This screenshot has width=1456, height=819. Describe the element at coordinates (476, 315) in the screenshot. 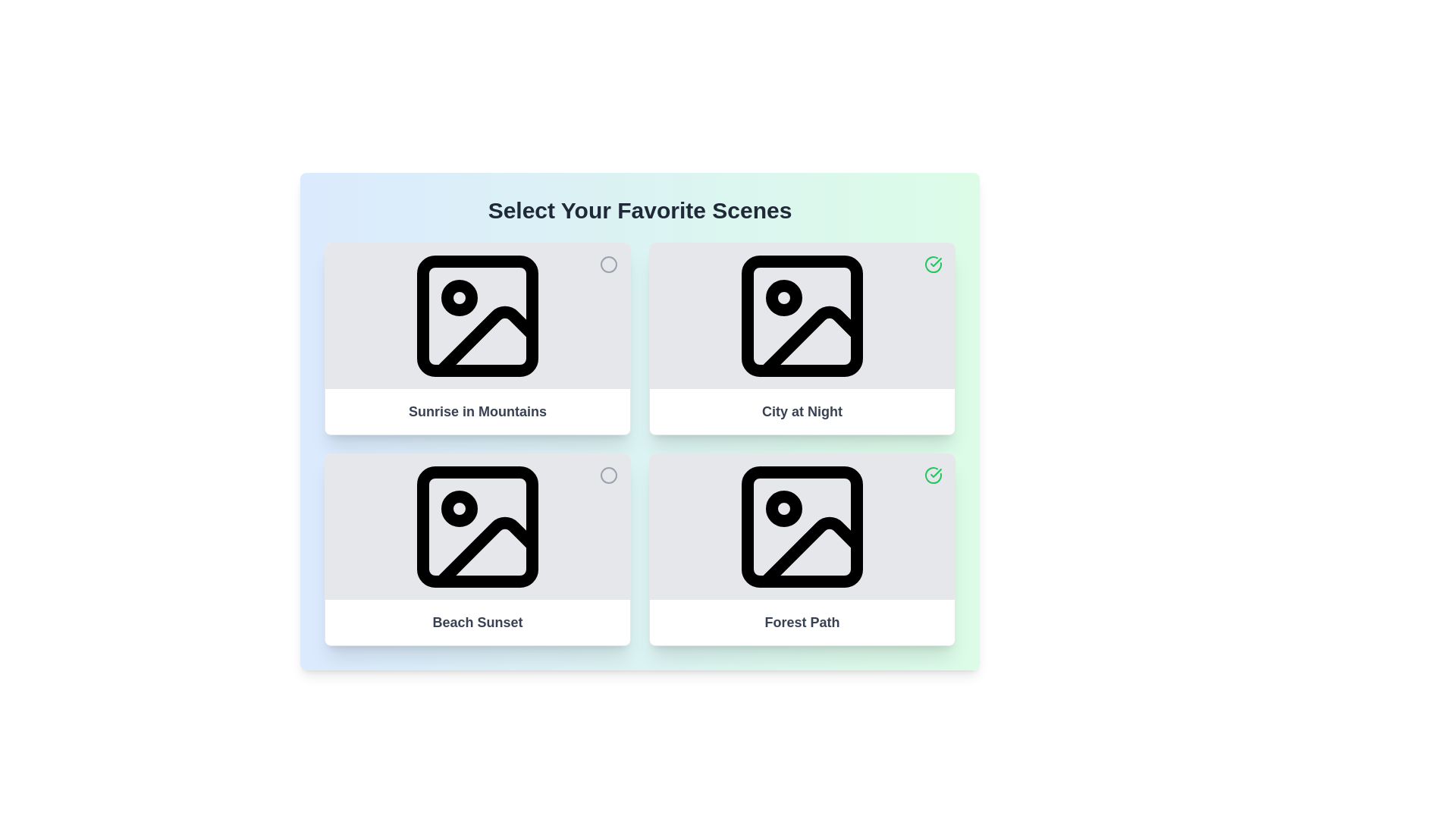

I see `the image of the media item titled 'Sunrise in Mountains' by interacting with its corresponding image element` at that location.